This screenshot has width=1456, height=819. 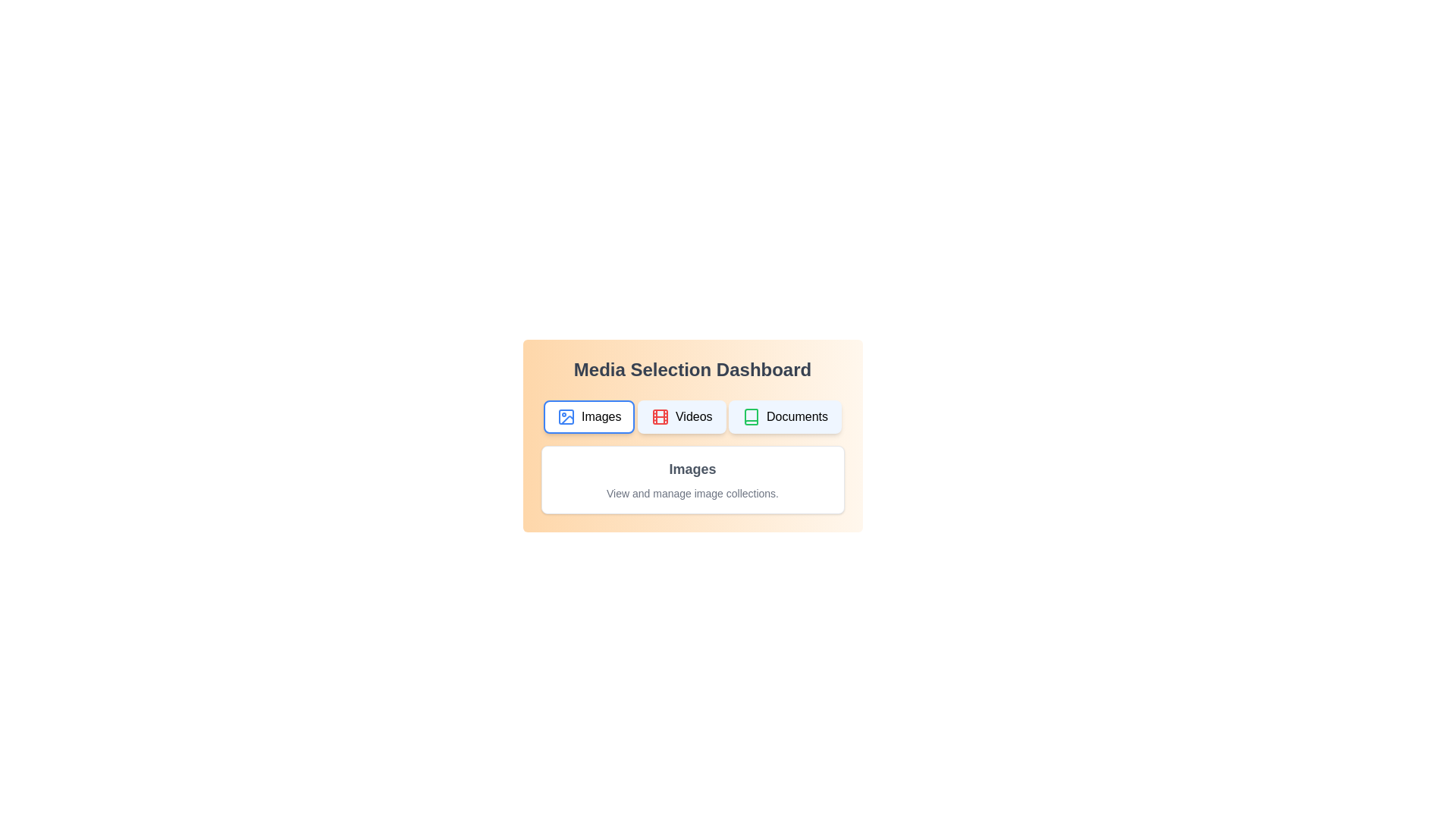 I want to click on the 'Images' button located on the far left of the first row in the Media Selection Dashboard, so click(x=588, y=417).